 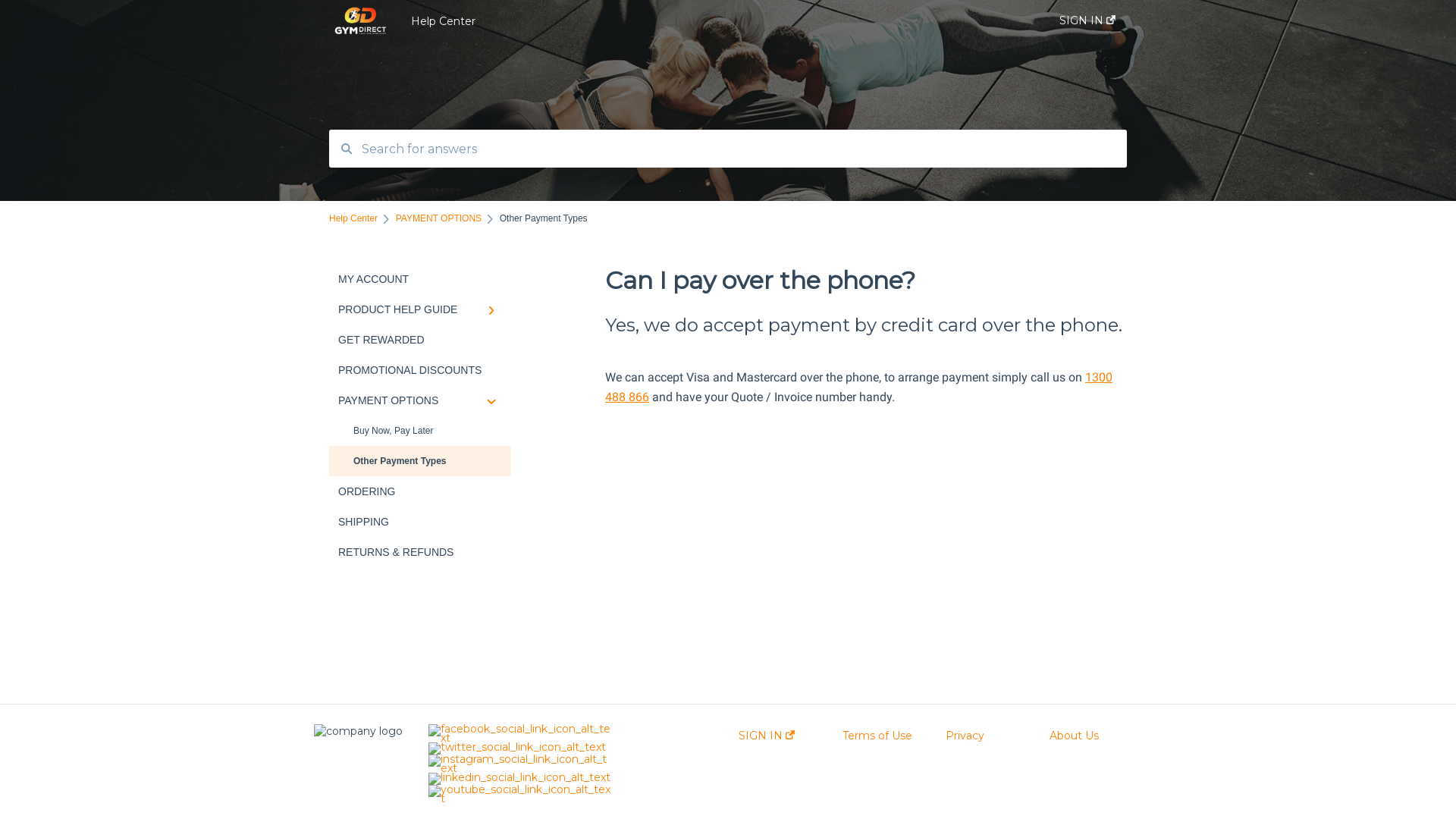 I want to click on 'Terms of Use', so click(x=877, y=734).